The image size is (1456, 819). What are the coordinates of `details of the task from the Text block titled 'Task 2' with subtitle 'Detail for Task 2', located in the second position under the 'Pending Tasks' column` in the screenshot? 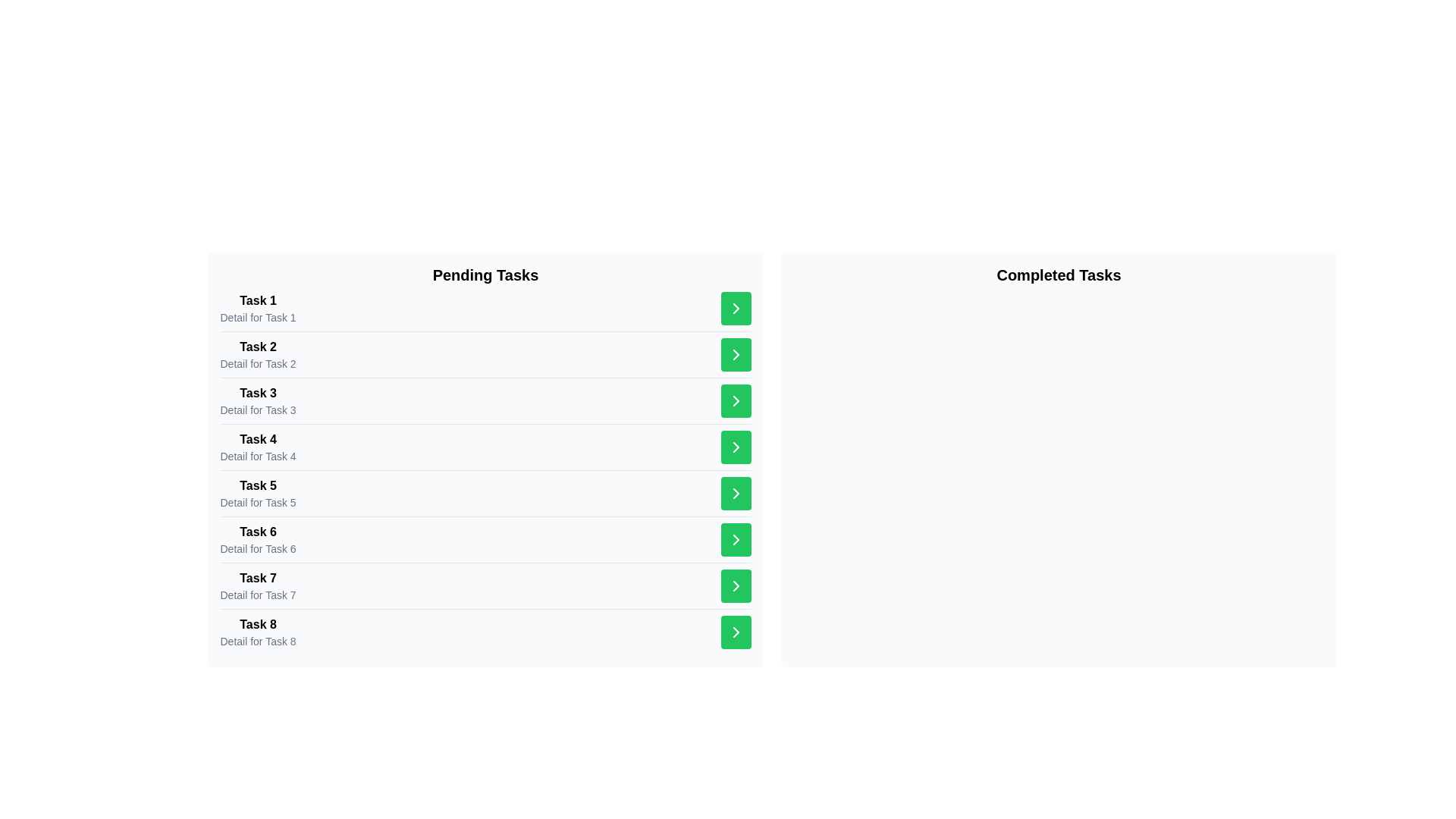 It's located at (258, 354).